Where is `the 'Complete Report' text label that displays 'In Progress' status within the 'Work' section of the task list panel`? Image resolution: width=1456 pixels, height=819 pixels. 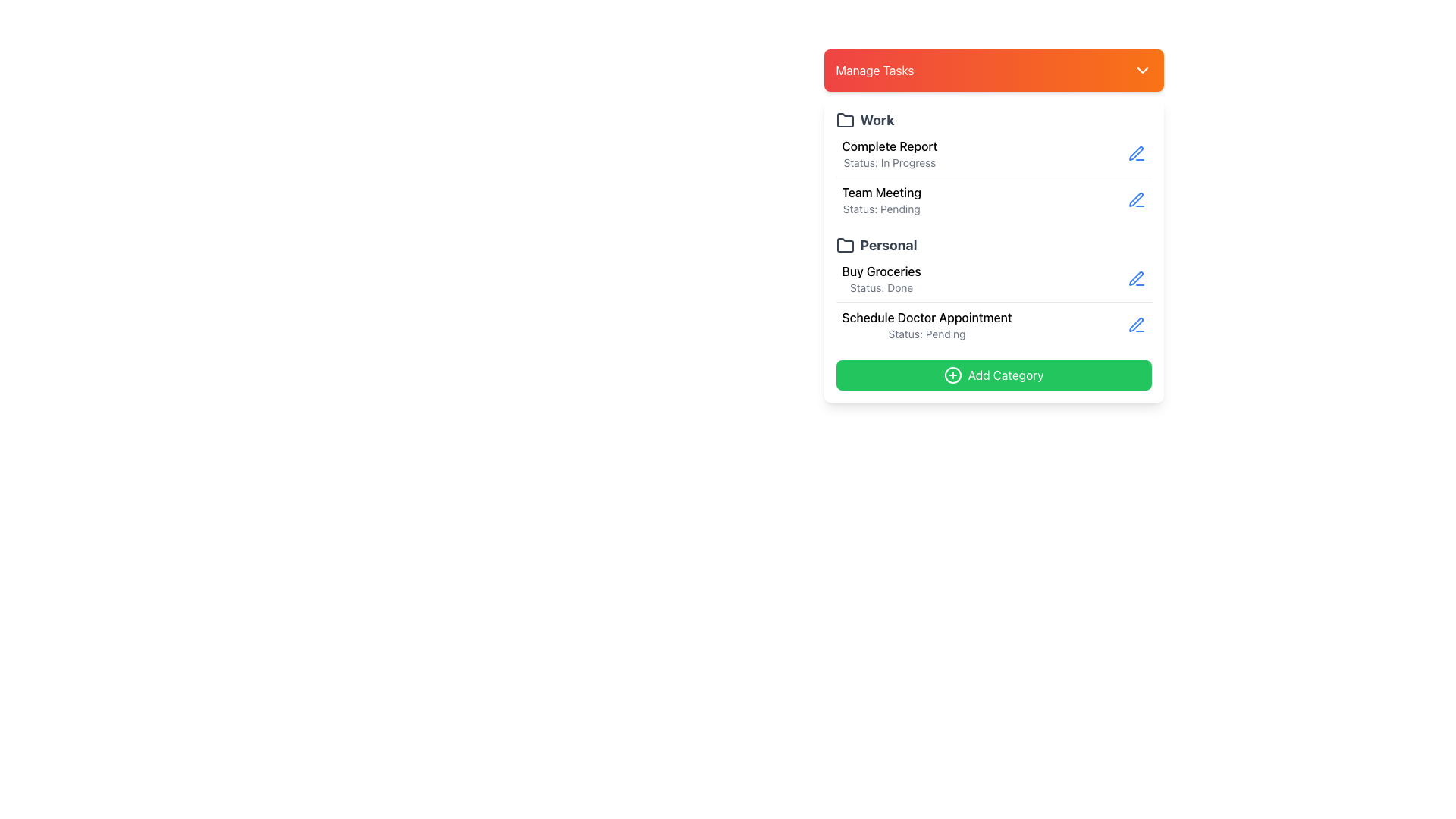 the 'Complete Report' text label that displays 'In Progress' status within the 'Work' section of the task list panel is located at coordinates (890, 146).